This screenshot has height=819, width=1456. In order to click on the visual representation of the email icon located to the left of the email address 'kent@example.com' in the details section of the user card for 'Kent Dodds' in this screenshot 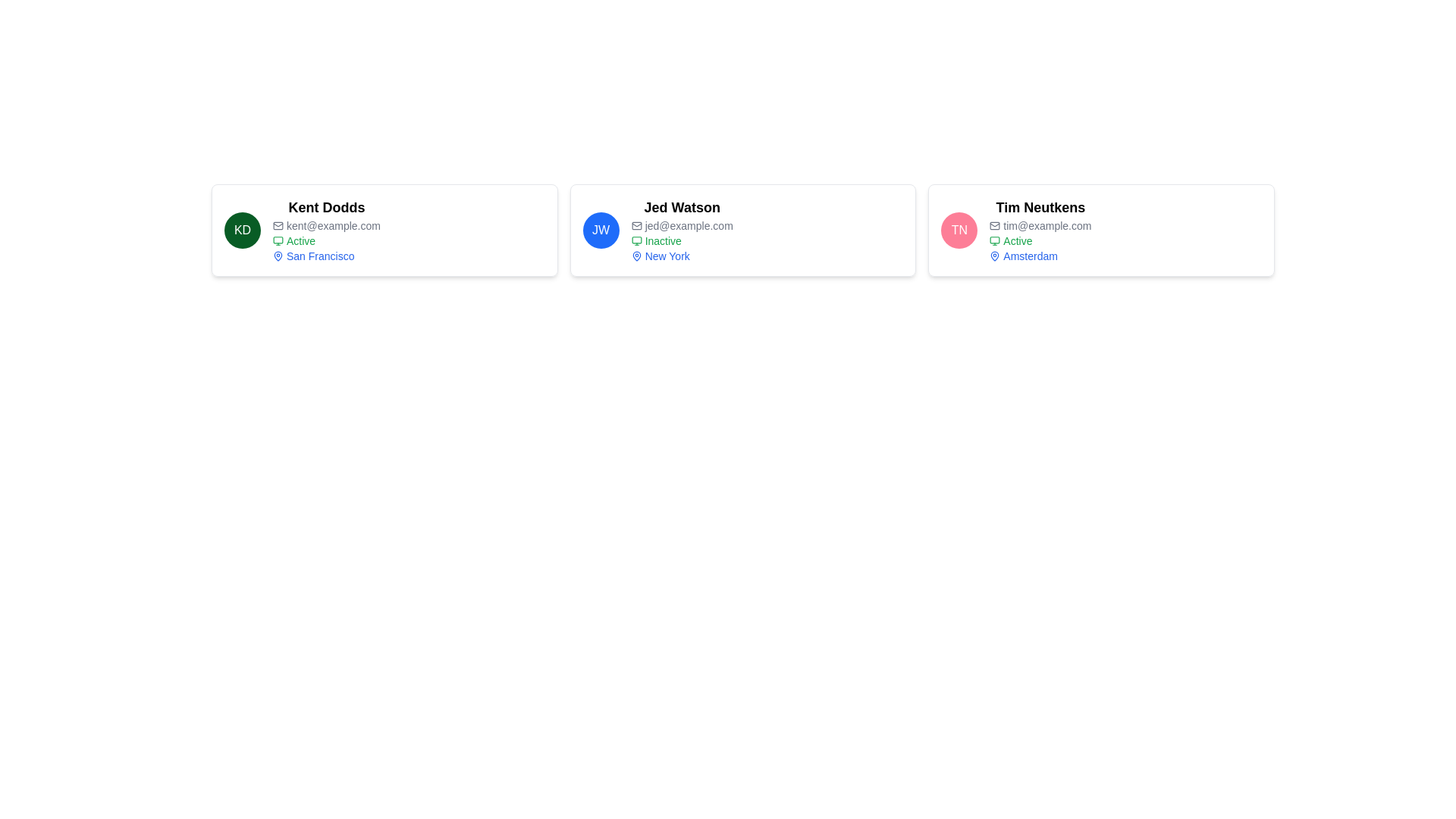, I will do `click(278, 225)`.